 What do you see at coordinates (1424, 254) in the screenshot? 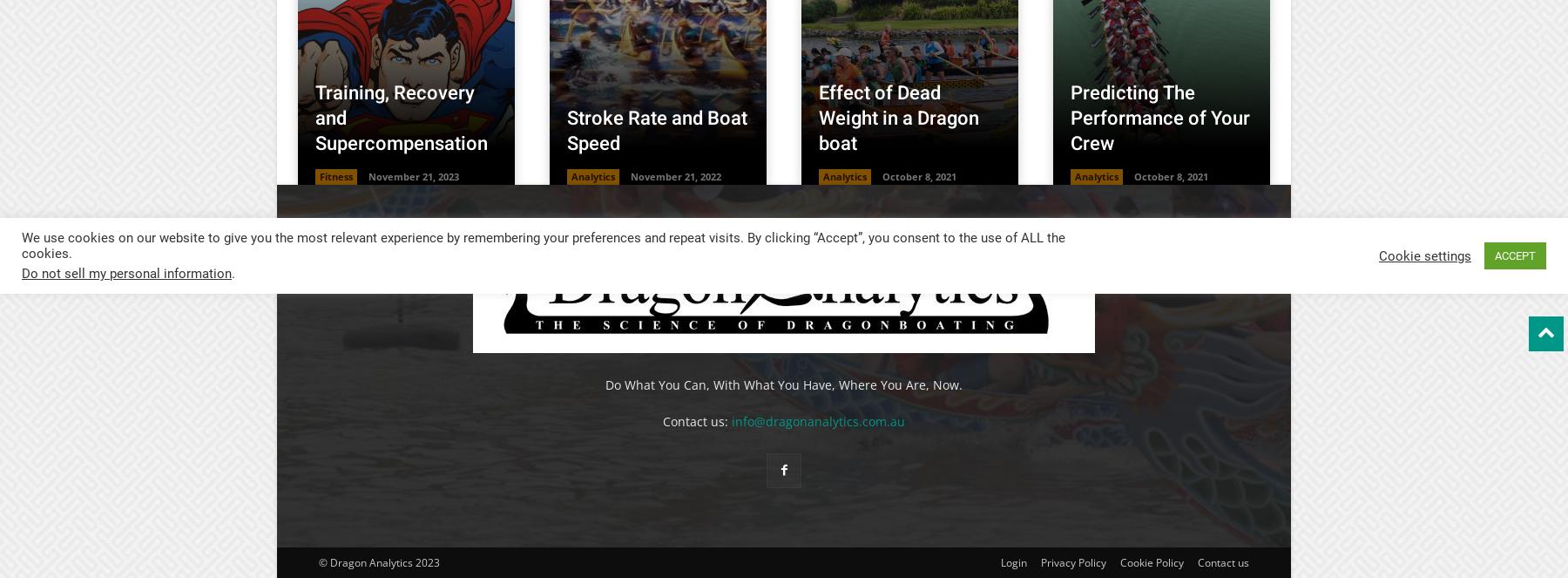
I see `'Cookie settings'` at bounding box center [1424, 254].